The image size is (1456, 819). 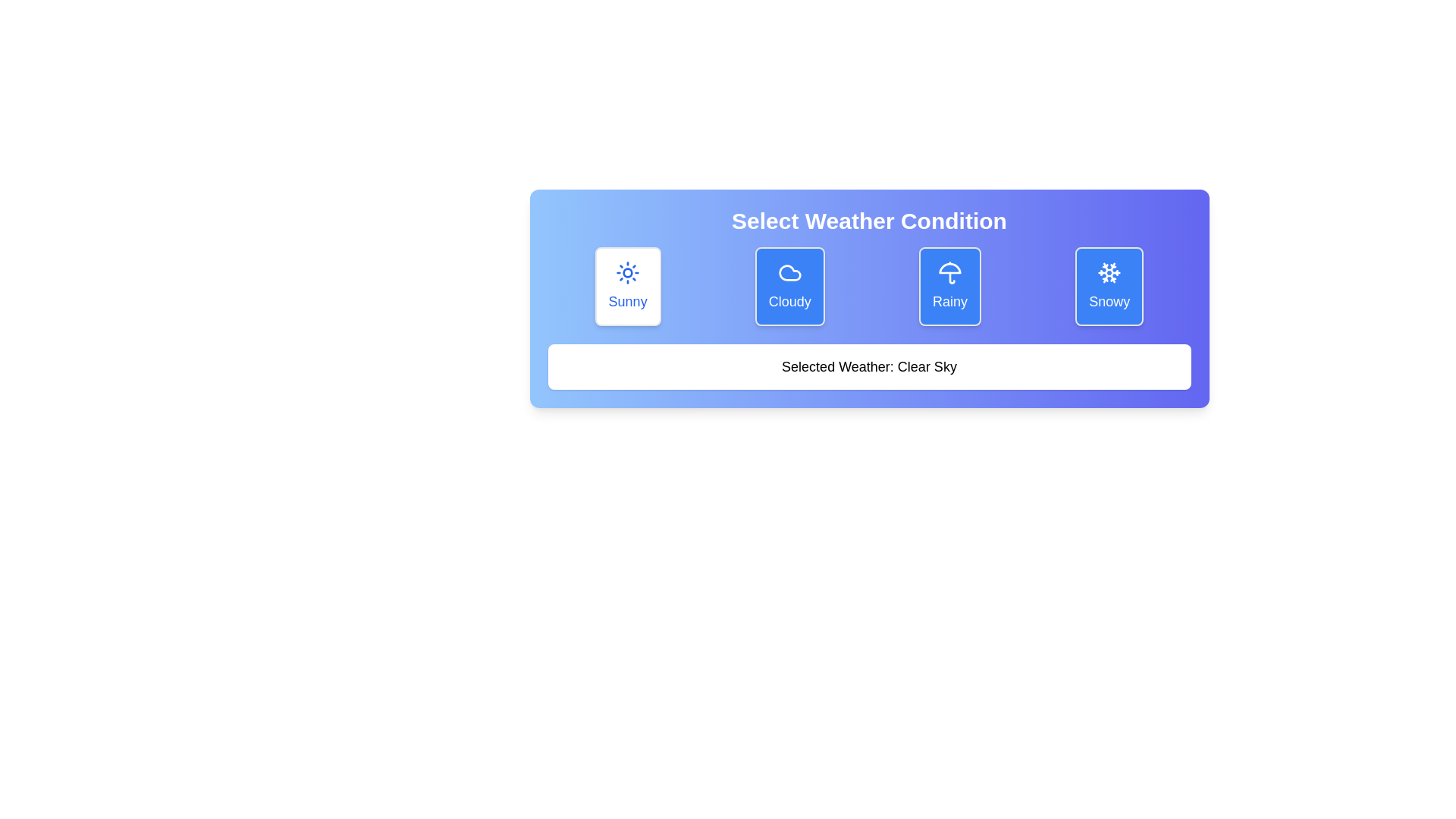 I want to click on the text label that describes the 'Rainy' weather condition, located at the bottom-center of the 'Rainy' weather option card, which is the third option in the horizontal set of weather condition cards, so click(x=949, y=301).